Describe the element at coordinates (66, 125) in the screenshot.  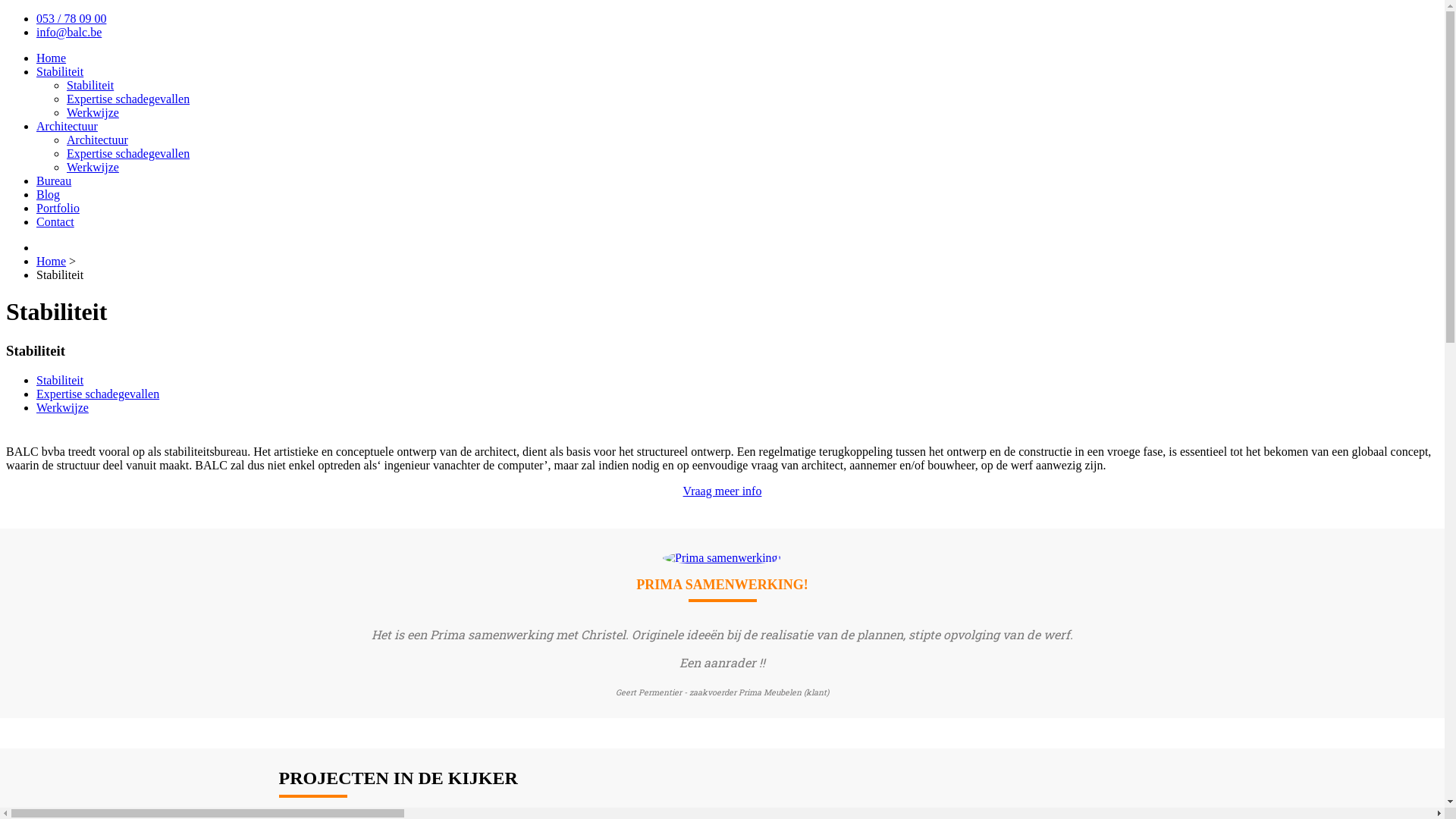
I see `'Architectuur'` at that location.